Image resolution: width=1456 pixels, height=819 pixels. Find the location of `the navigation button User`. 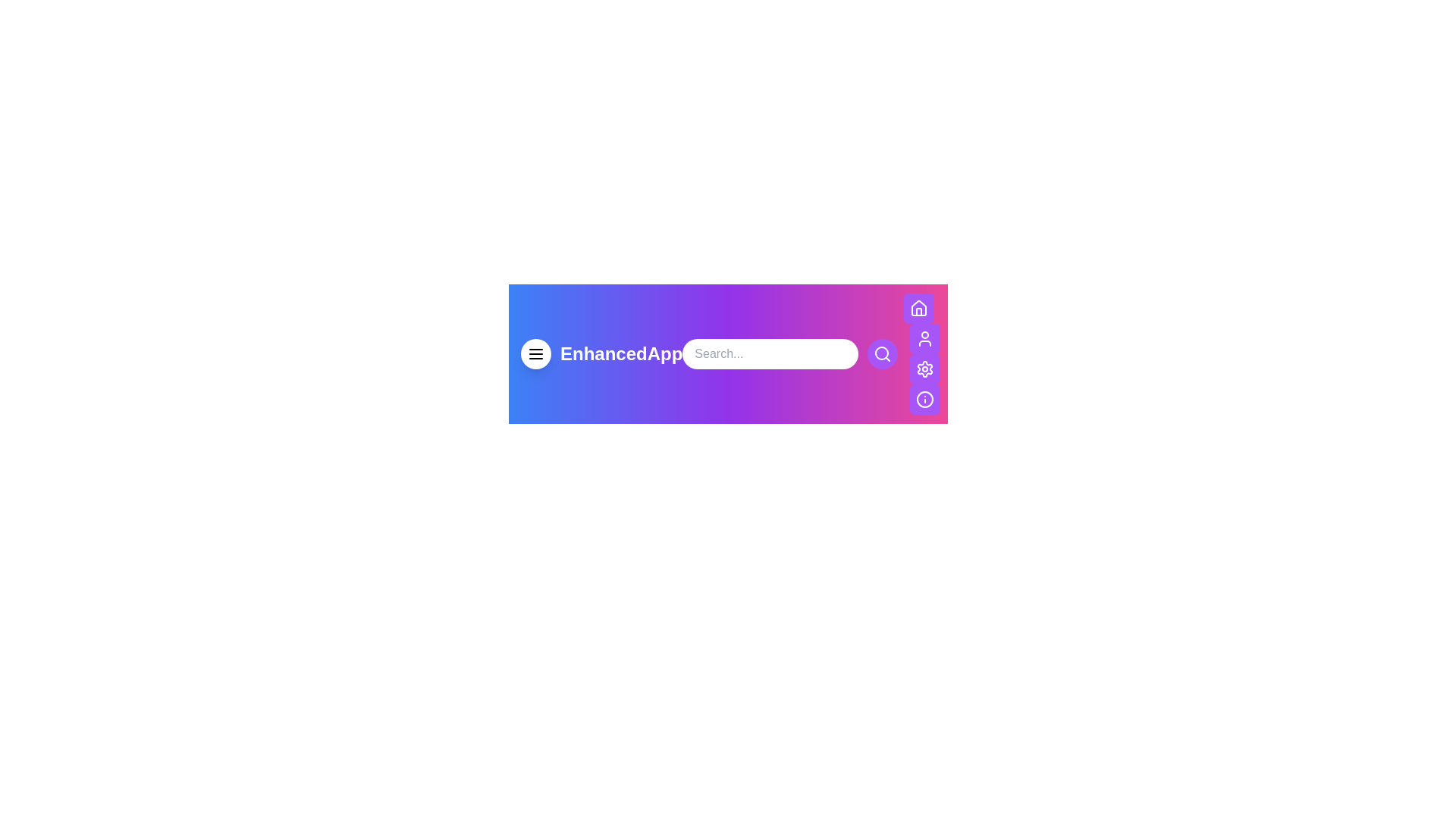

the navigation button User is located at coordinates (924, 338).